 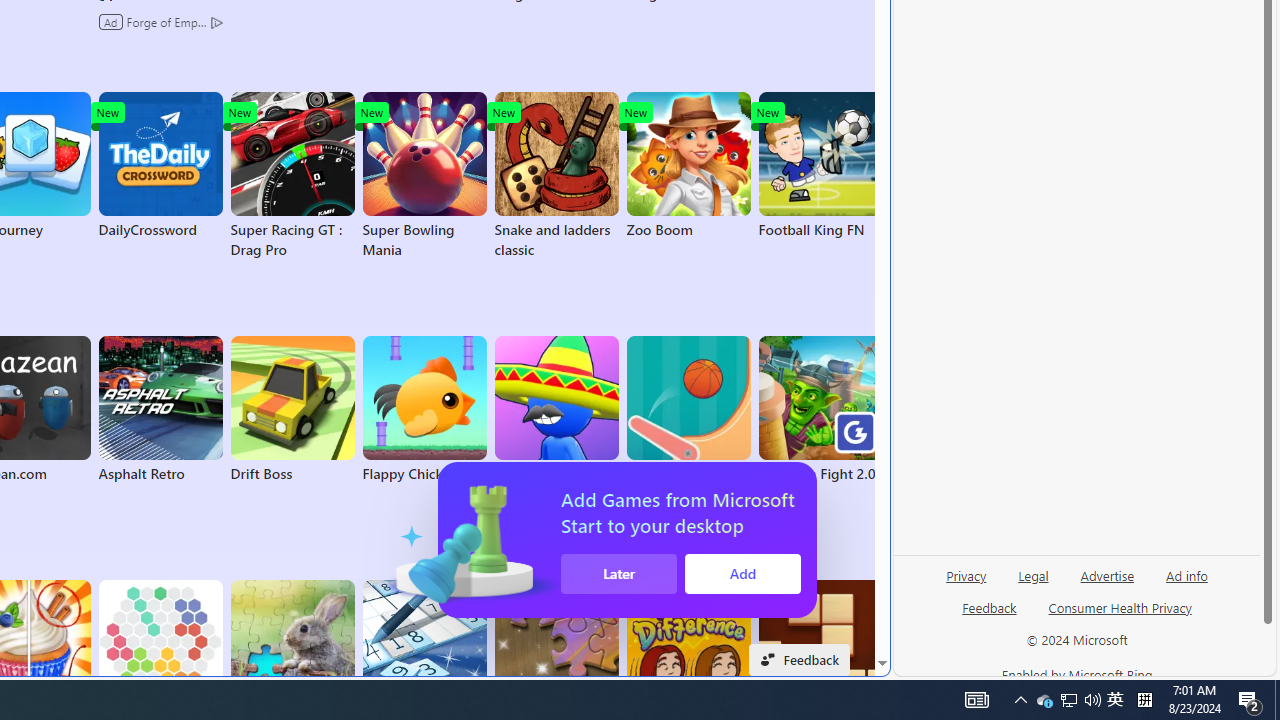 I want to click on 'Consumer Health Privacy', so click(x=1120, y=614).